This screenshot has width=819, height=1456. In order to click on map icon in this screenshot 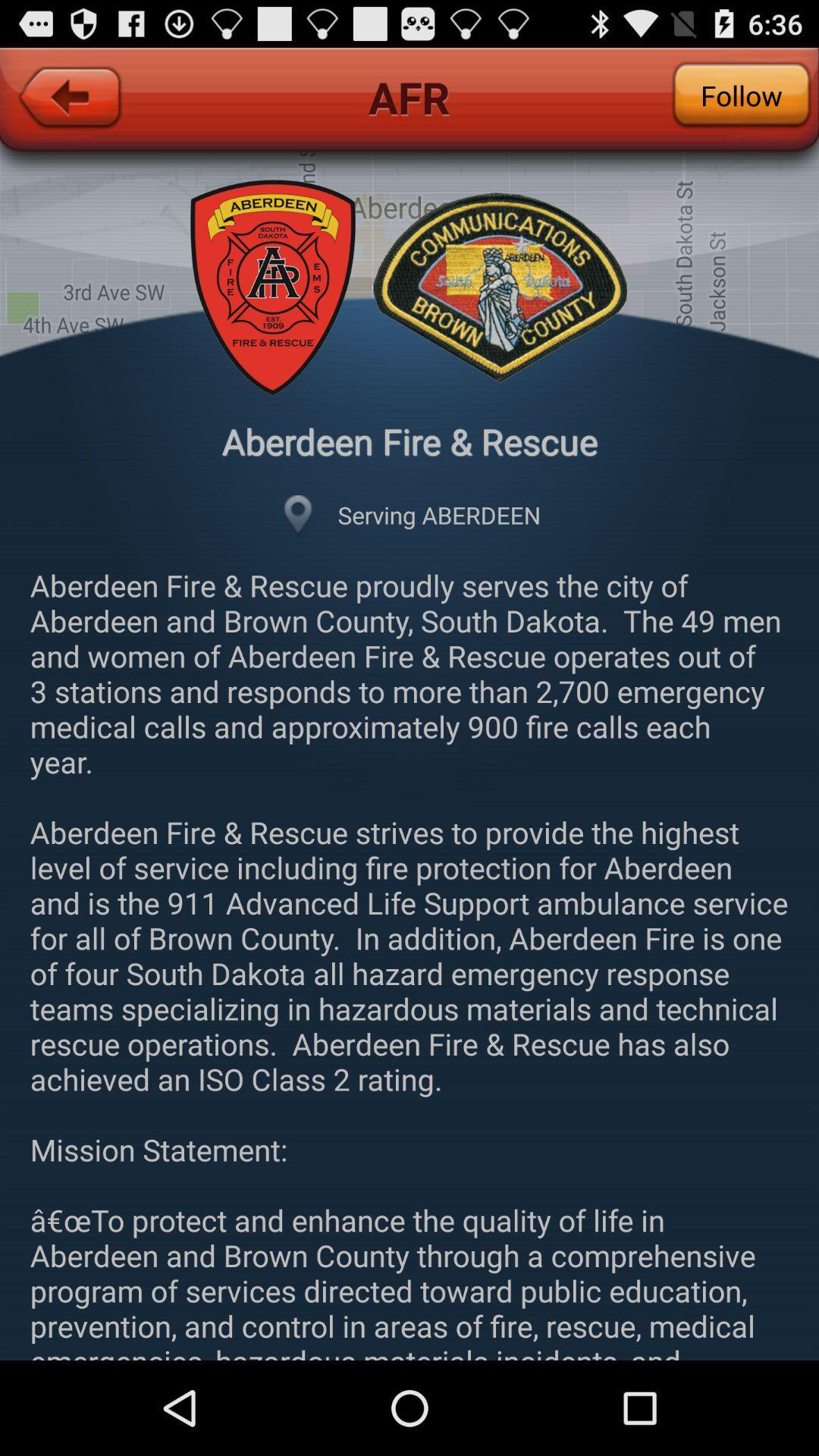, I will do `click(298, 515)`.